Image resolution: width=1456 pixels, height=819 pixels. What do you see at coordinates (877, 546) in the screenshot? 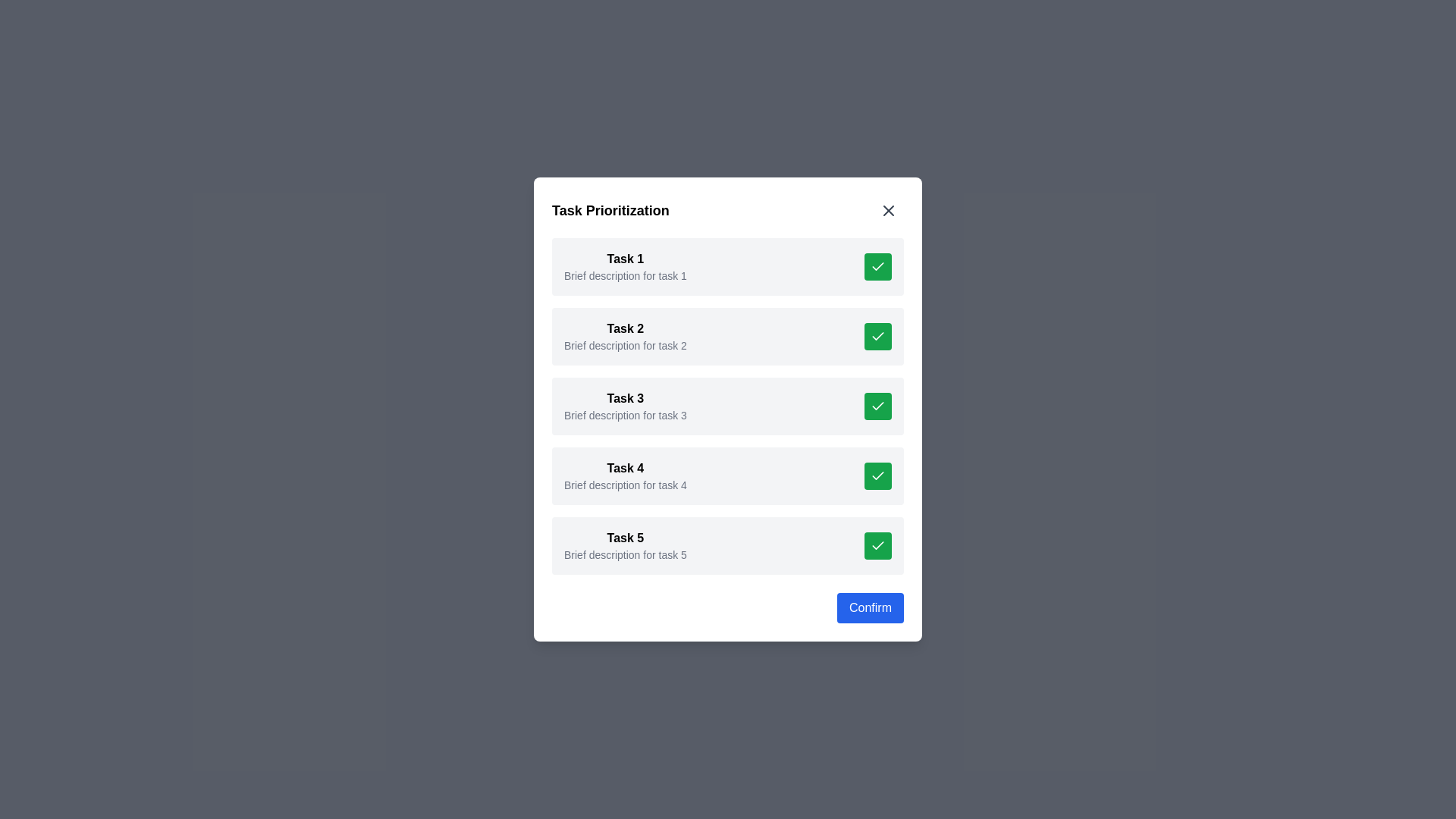
I see `the confirmation button for 'Task 5'` at bounding box center [877, 546].